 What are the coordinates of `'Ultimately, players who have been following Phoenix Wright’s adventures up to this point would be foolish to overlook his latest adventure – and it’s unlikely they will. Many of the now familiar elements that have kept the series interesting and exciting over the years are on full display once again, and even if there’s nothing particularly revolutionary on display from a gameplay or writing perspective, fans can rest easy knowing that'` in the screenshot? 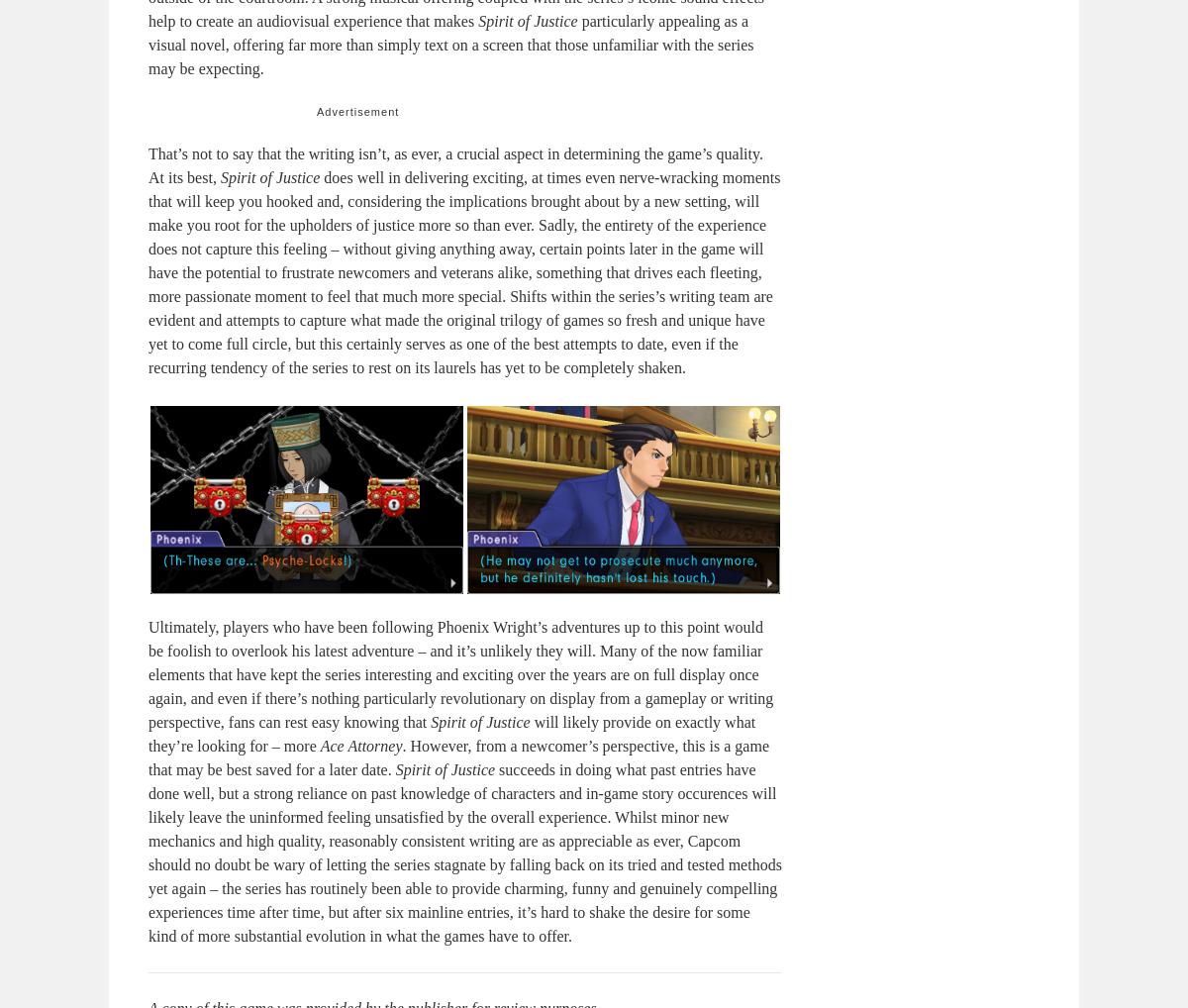 It's located at (459, 674).